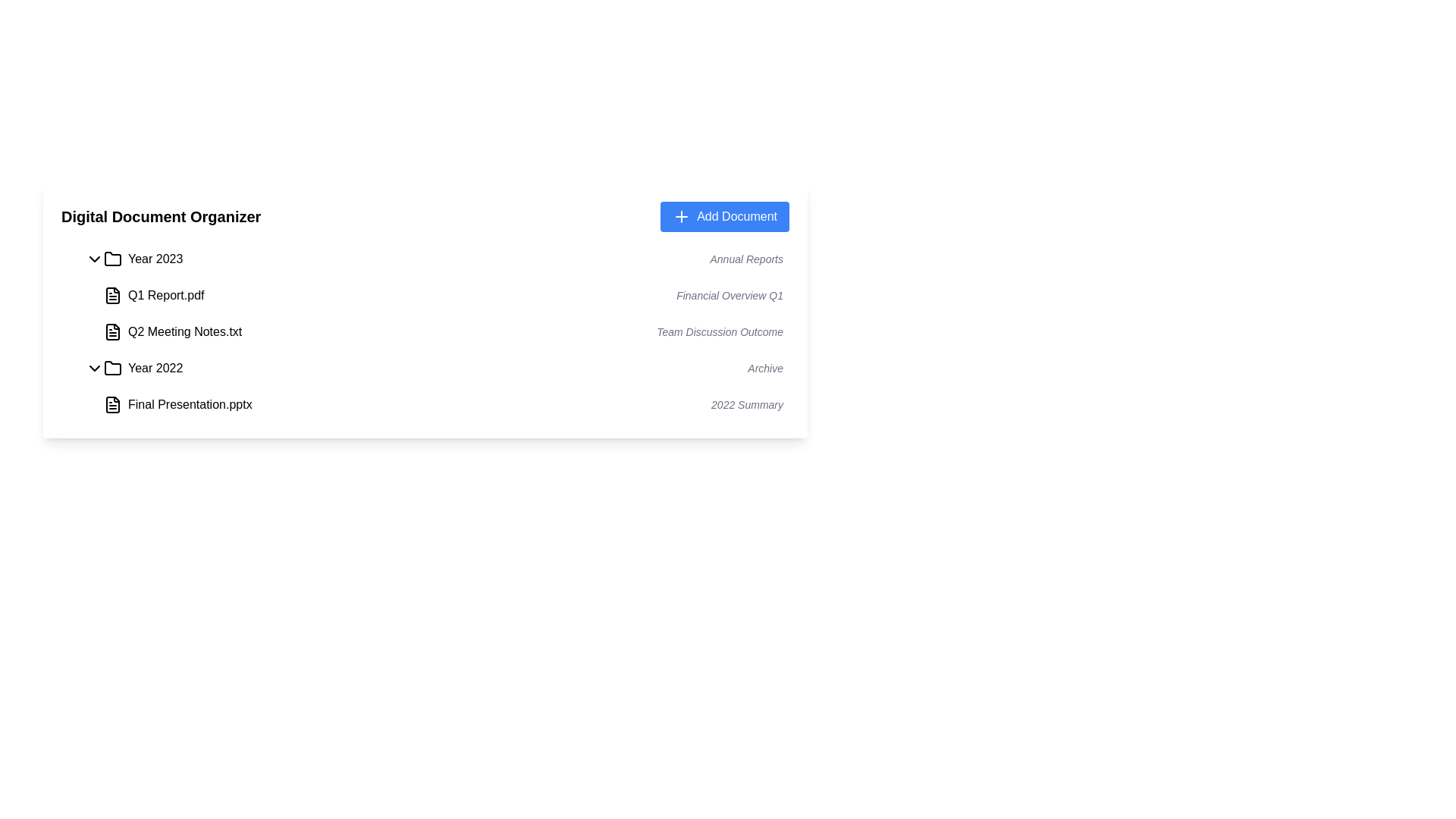 The height and width of the screenshot is (819, 1456). I want to click on the document icon representing 'Q1 Report.pdf', which is a minimalist black rectangular shape located to the left of the text label, so click(111, 295).